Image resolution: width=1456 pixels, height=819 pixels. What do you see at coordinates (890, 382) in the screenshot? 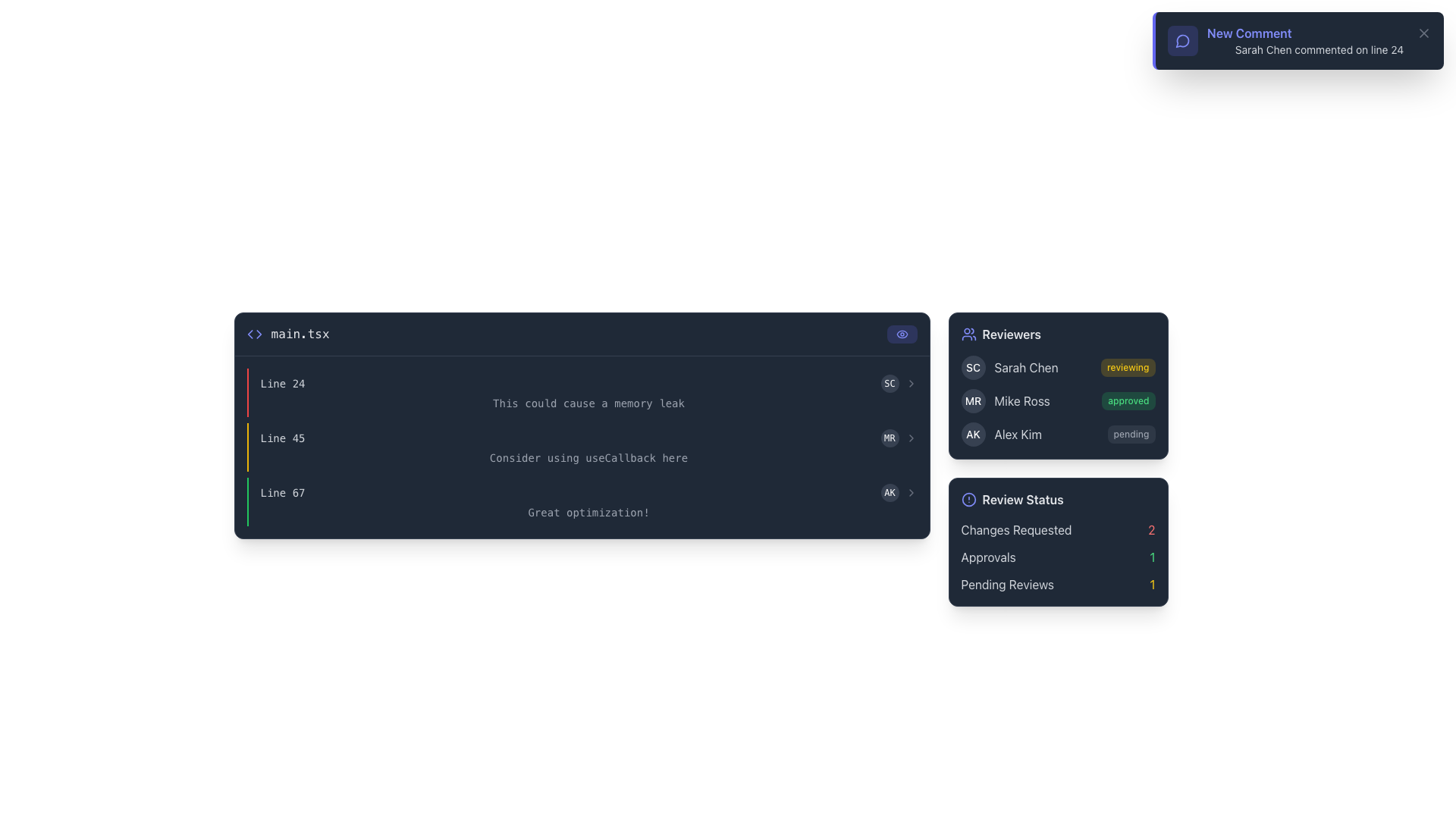
I see `the Text-based avatar indicator for user 'Sarah Chen', located at the top-right corner of the comment entry section, to the left of the chevron icon` at bounding box center [890, 382].